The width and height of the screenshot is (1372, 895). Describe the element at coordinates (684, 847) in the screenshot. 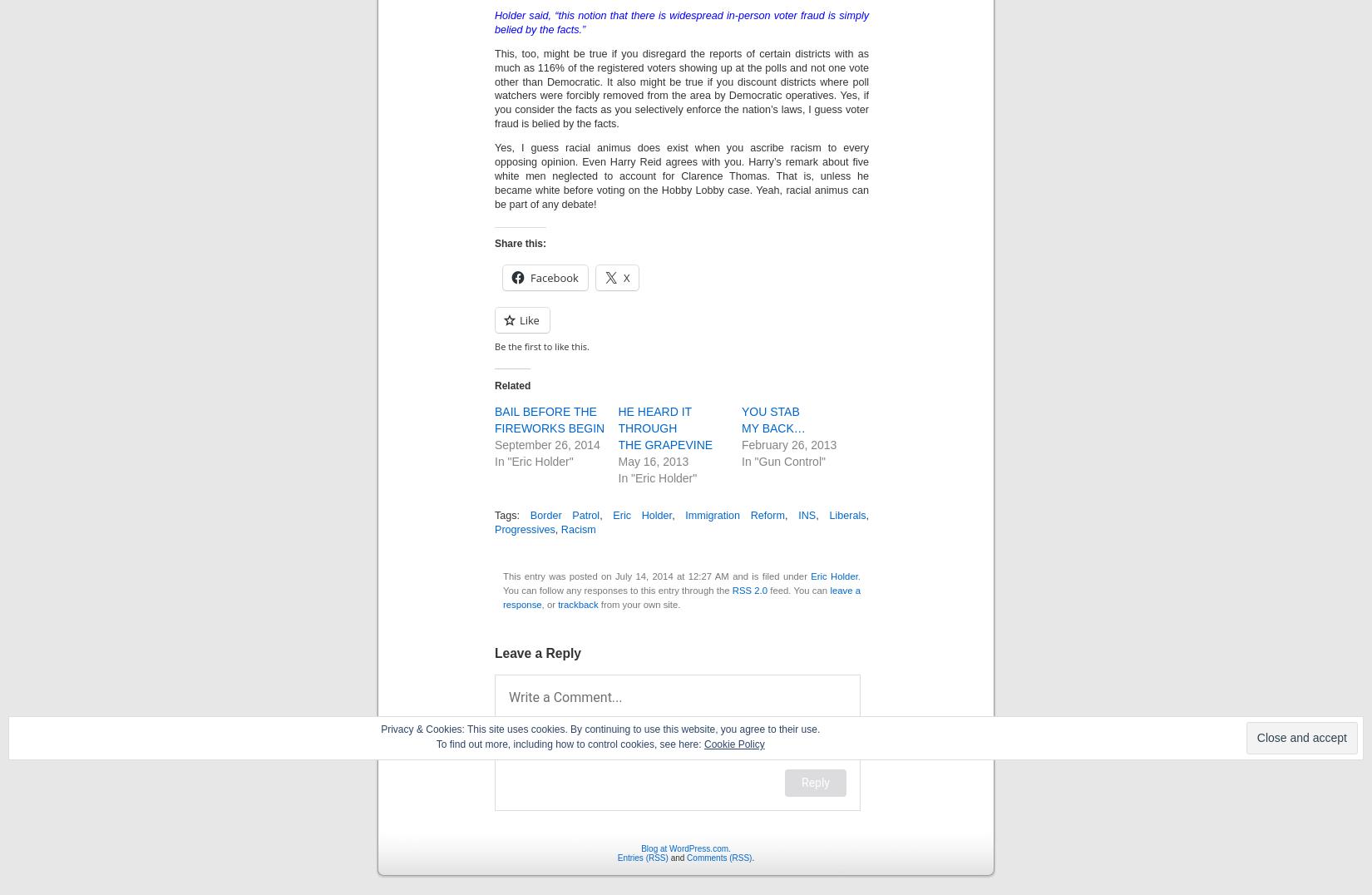

I see `'Blog at WordPress.com.'` at that location.